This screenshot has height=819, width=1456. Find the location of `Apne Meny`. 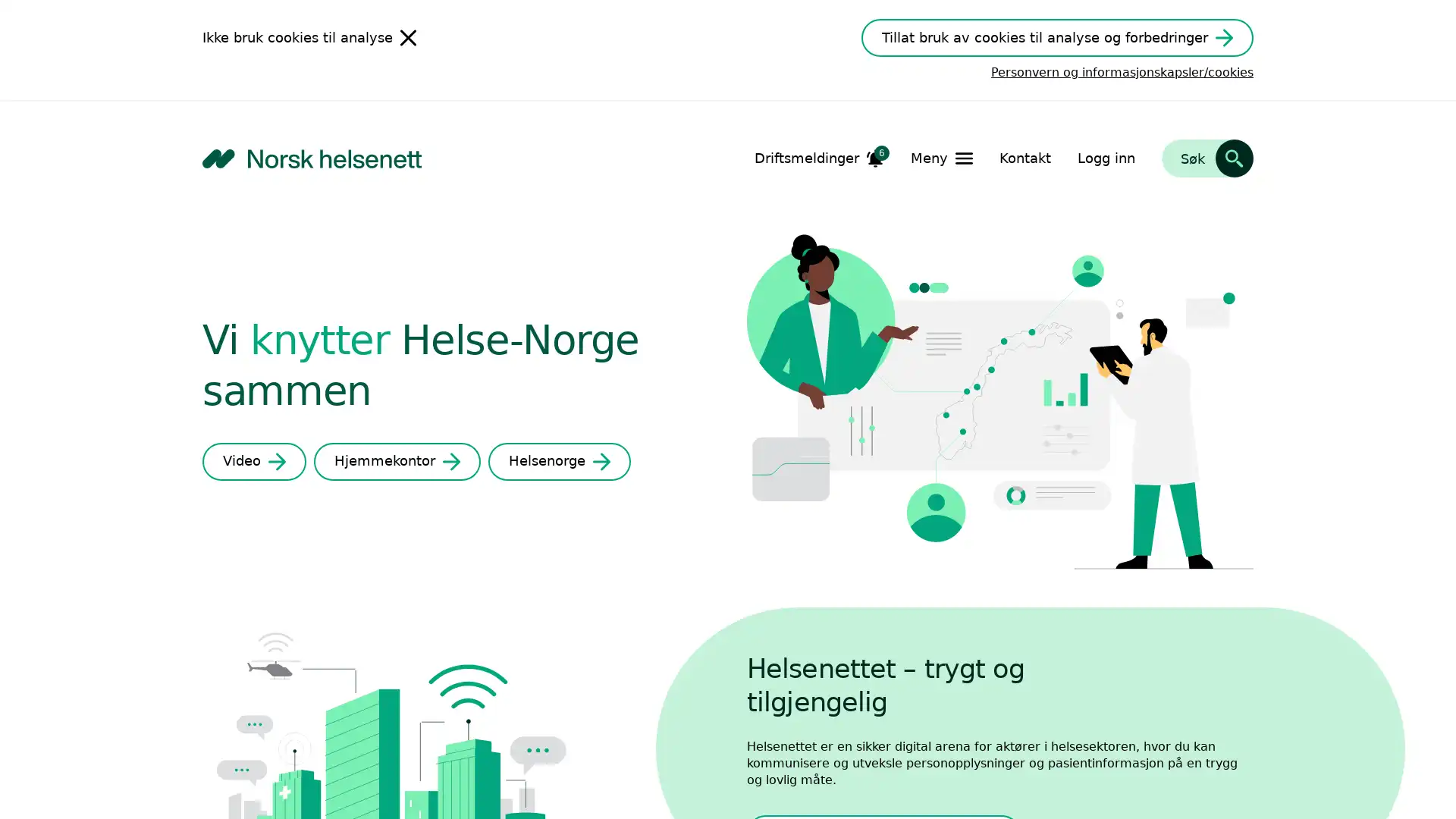

Apne Meny is located at coordinates (941, 158).